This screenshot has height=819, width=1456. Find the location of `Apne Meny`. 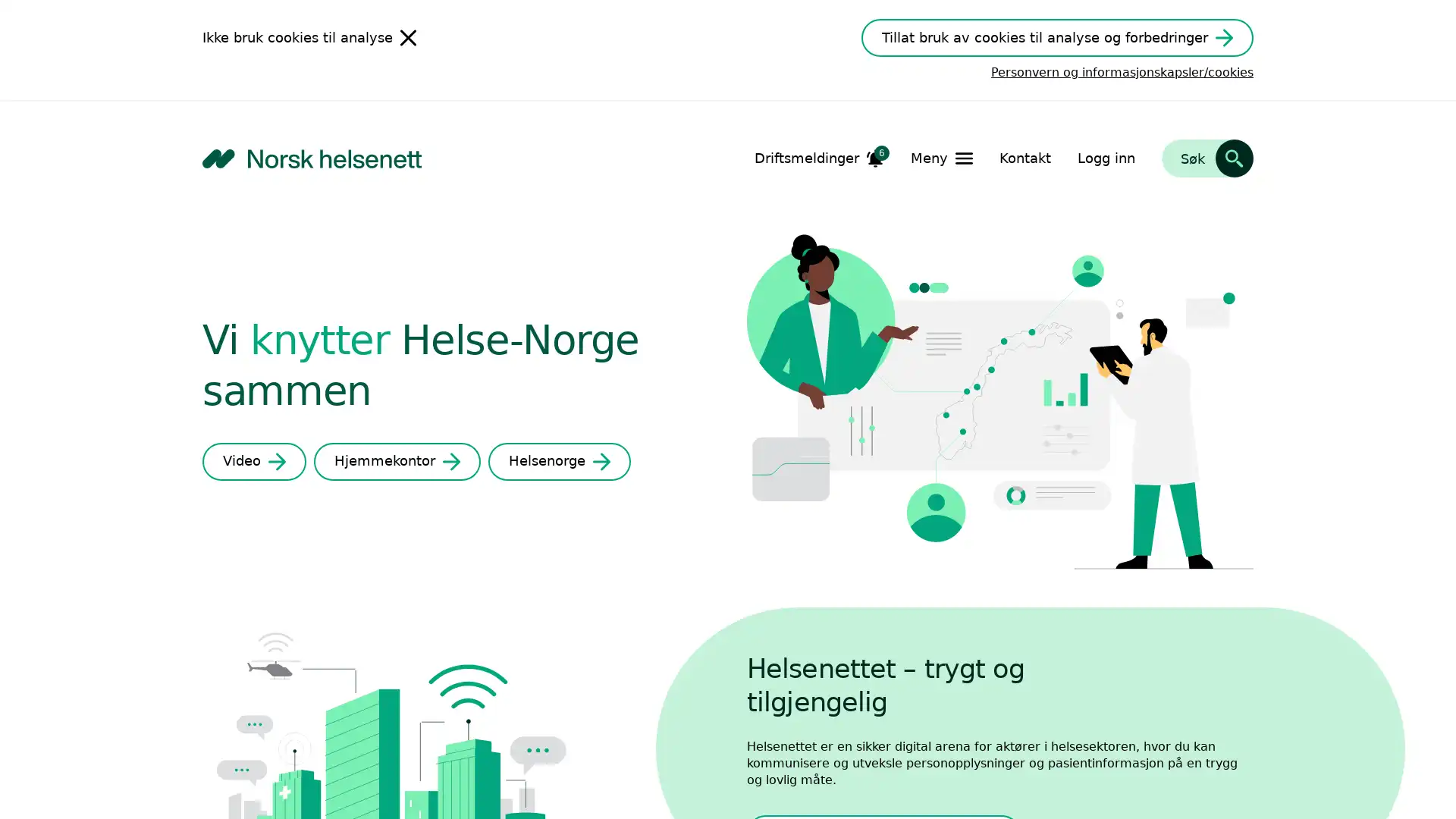

Apne Meny is located at coordinates (941, 158).